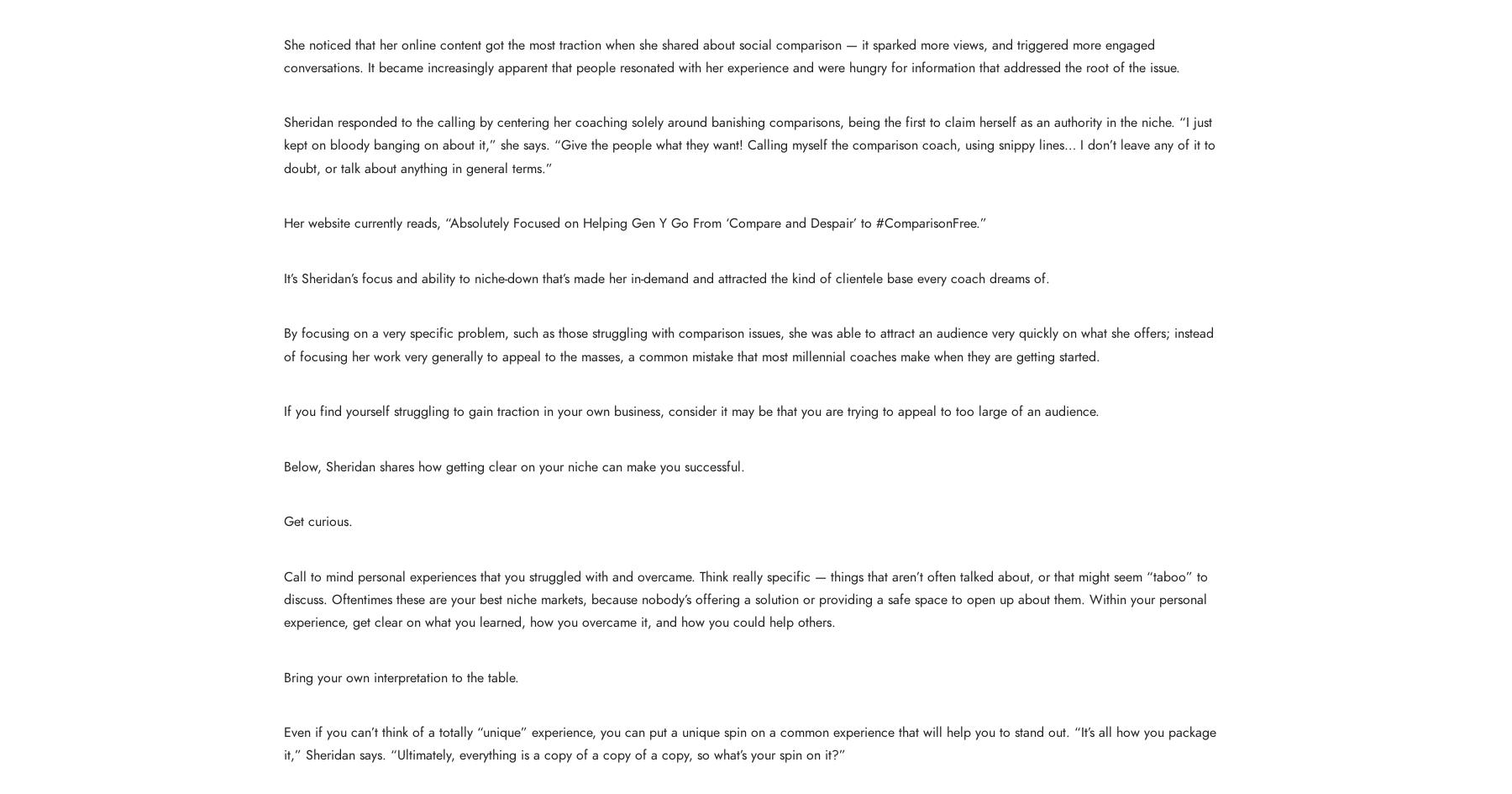 Image resolution: width=1512 pixels, height=794 pixels. What do you see at coordinates (318, 520) in the screenshot?
I see `'Get curious.'` at bounding box center [318, 520].